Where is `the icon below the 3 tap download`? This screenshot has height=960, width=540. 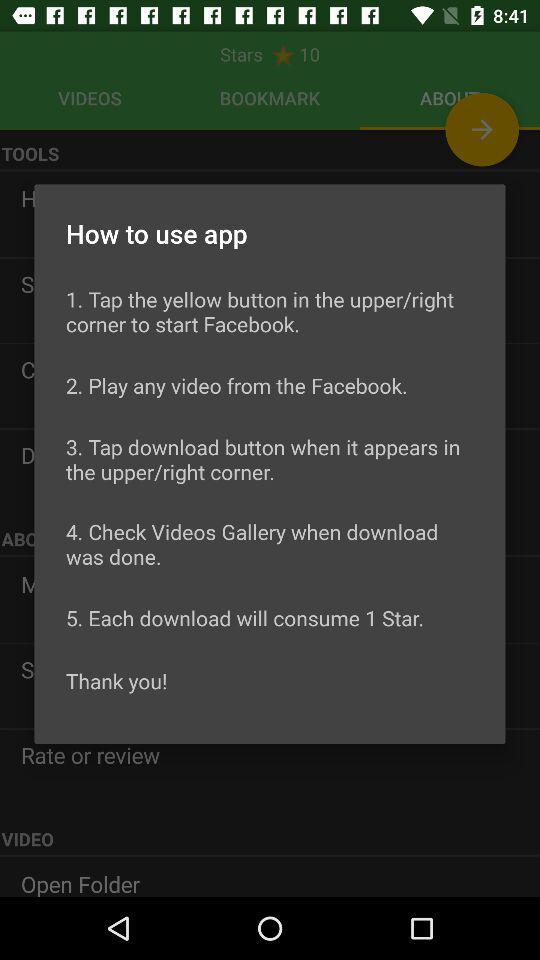
the icon below the 3 tap download is located at coordinates (270, 544).